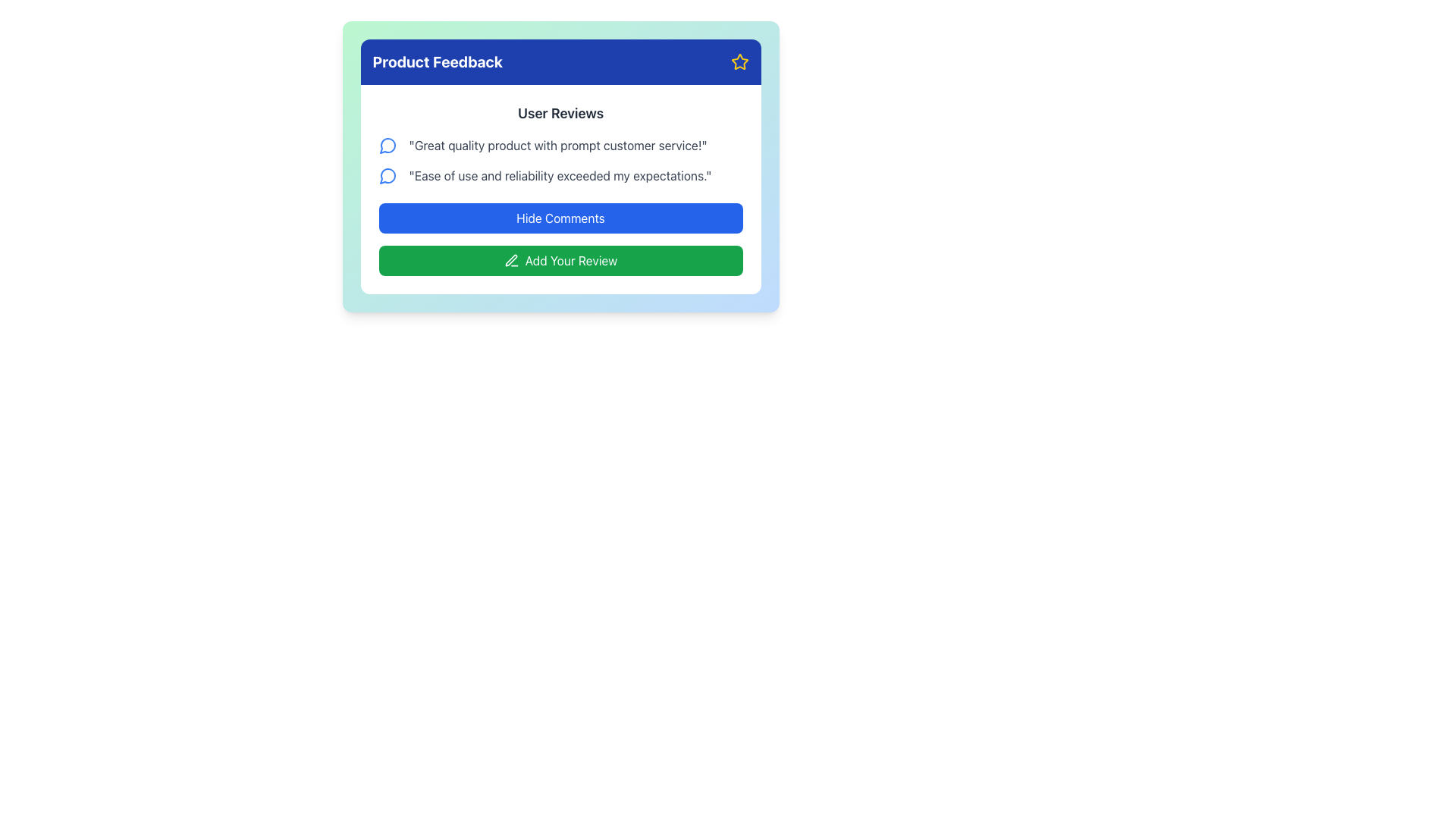  What do you see at coordinates (560, 146) in the screenshot?
I see `first review text in the 'User Reviews' section of the 'Product Feedback' panel, which states 'Great quality product with prompt customer service!'` at bounding box center [560, 146].